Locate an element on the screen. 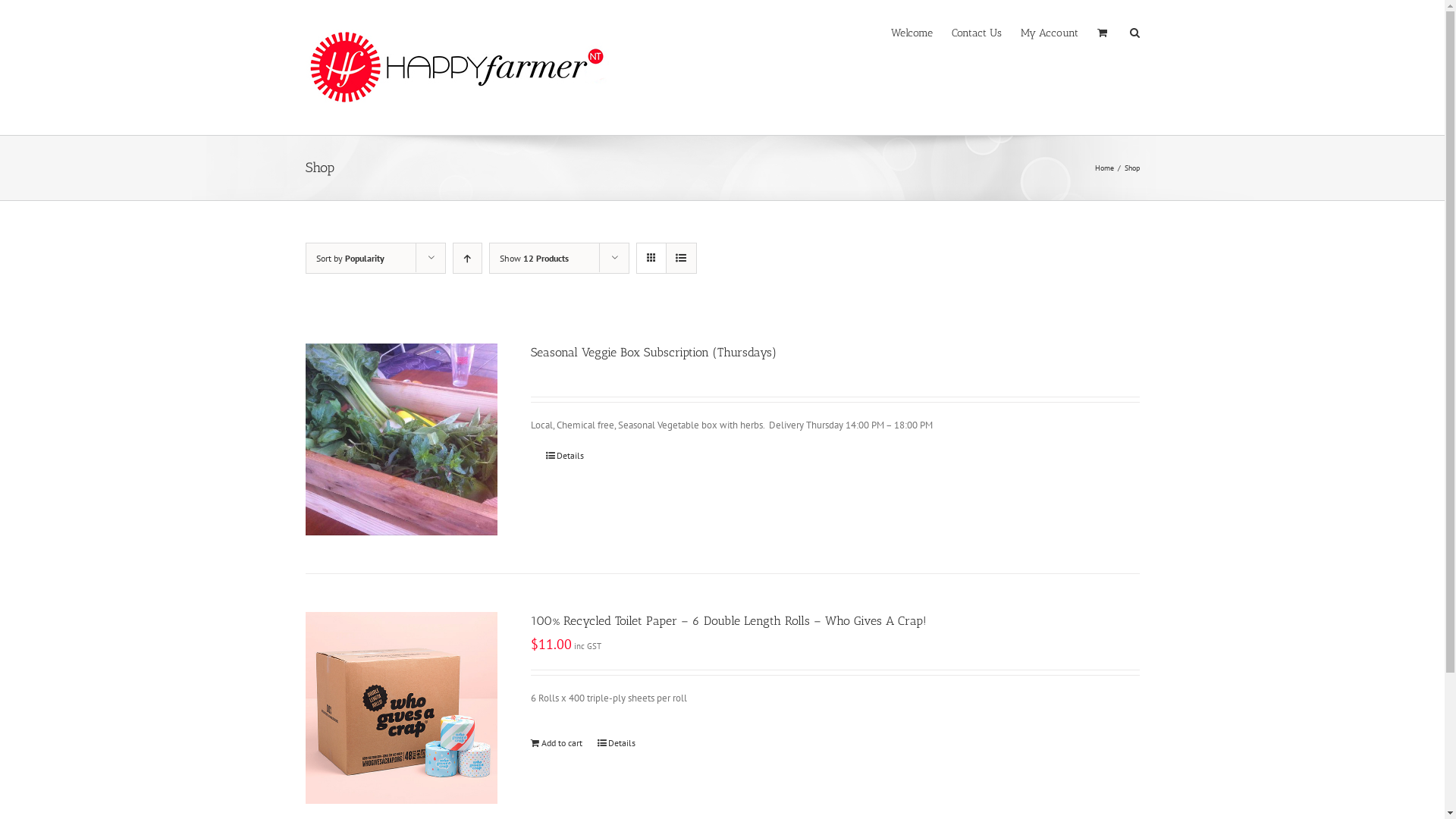 The image size is (1456, 819). 'Sort by Popularity' is located at coordinates (348, 257).